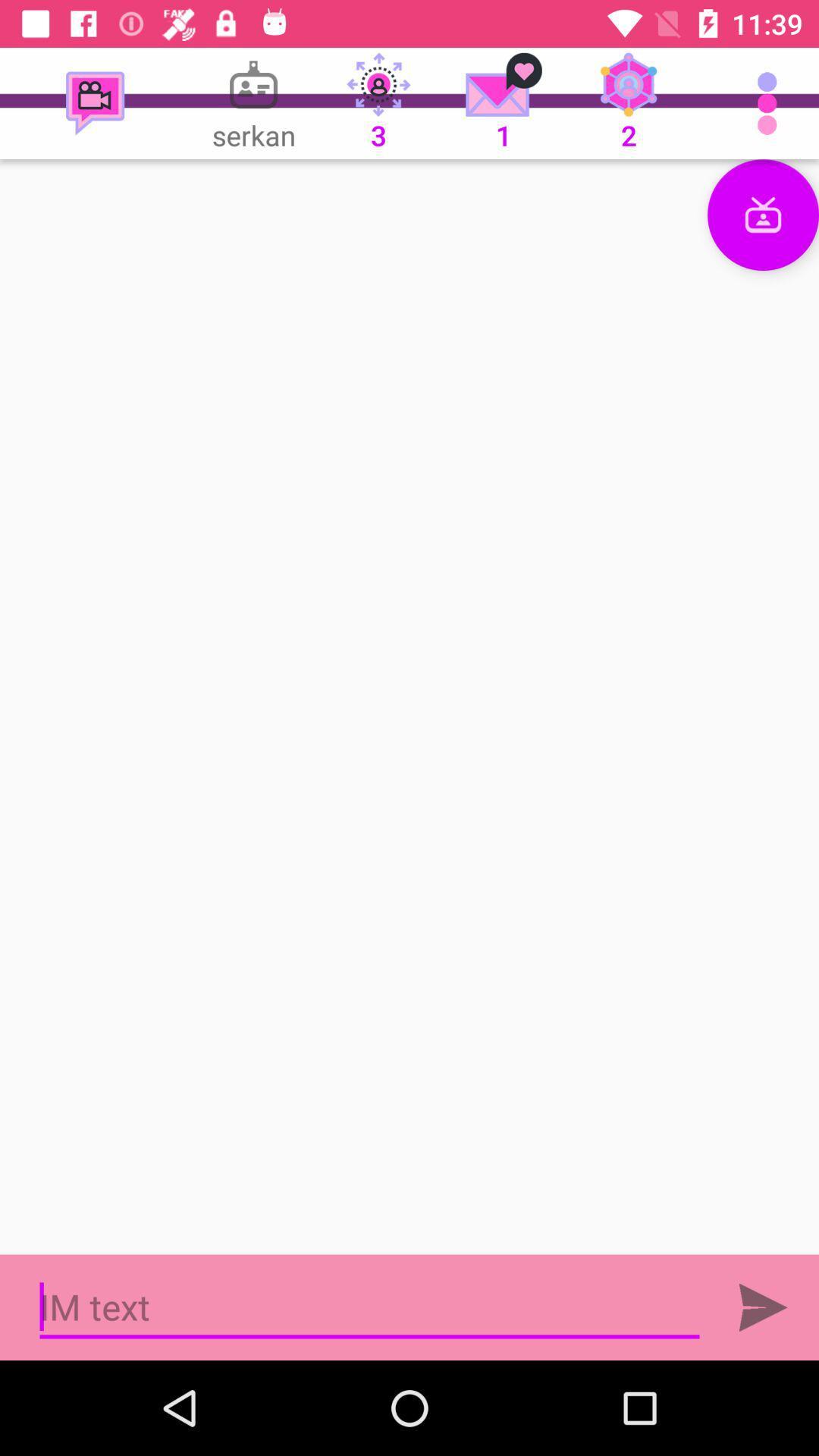 Image resolution: width=819 pixels, height=1456 pixels. Describe the element at coordinates (409, 706) in the screenshot. I see `description` at that location.